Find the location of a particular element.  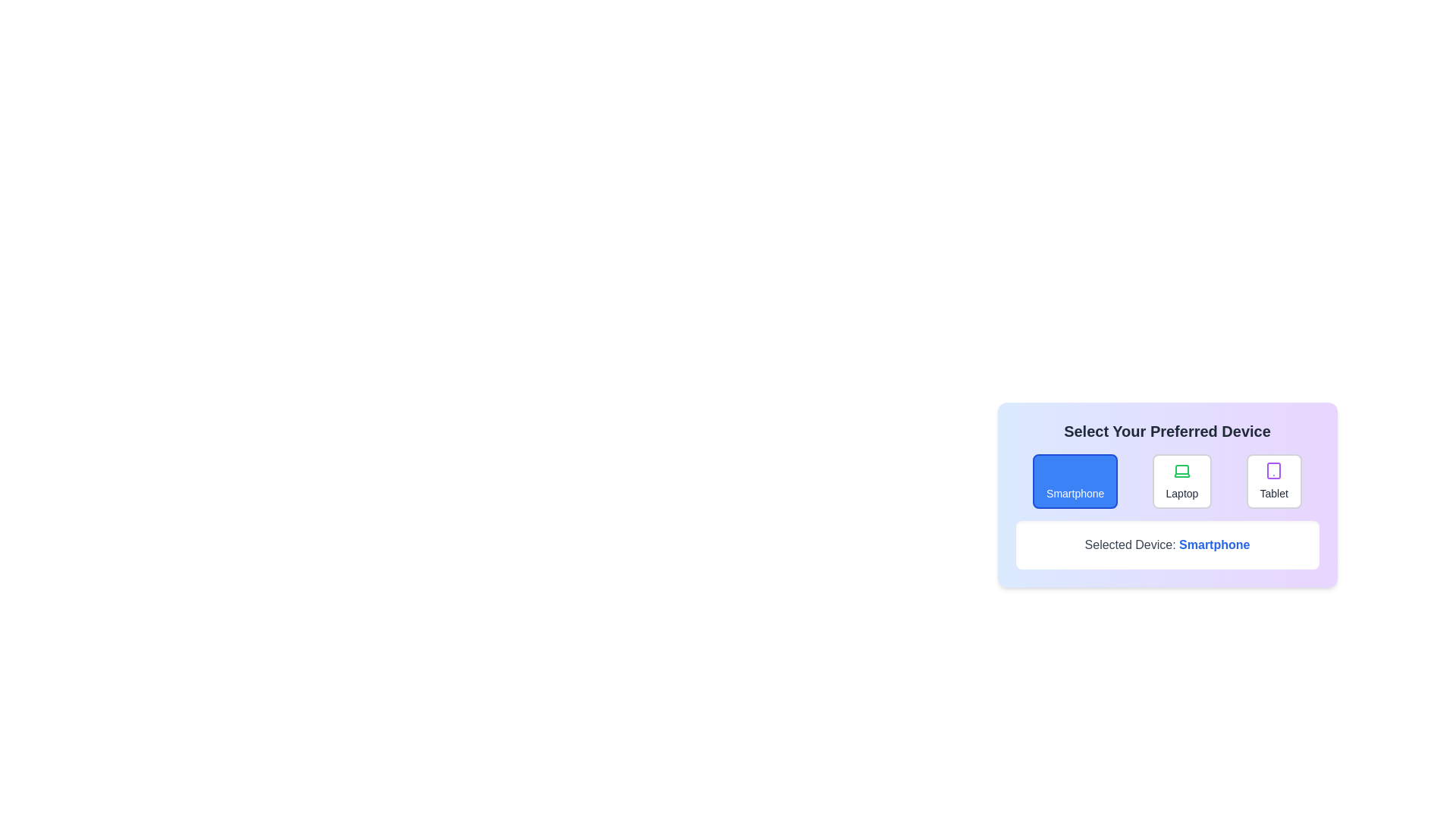

the 'Tablet' button, which is styled with a white background, gray border, and dark gray text, featuring a purple tablet icon above the label. It is the third button in a series of selectable buttons is located at coordinates (1274, 482).